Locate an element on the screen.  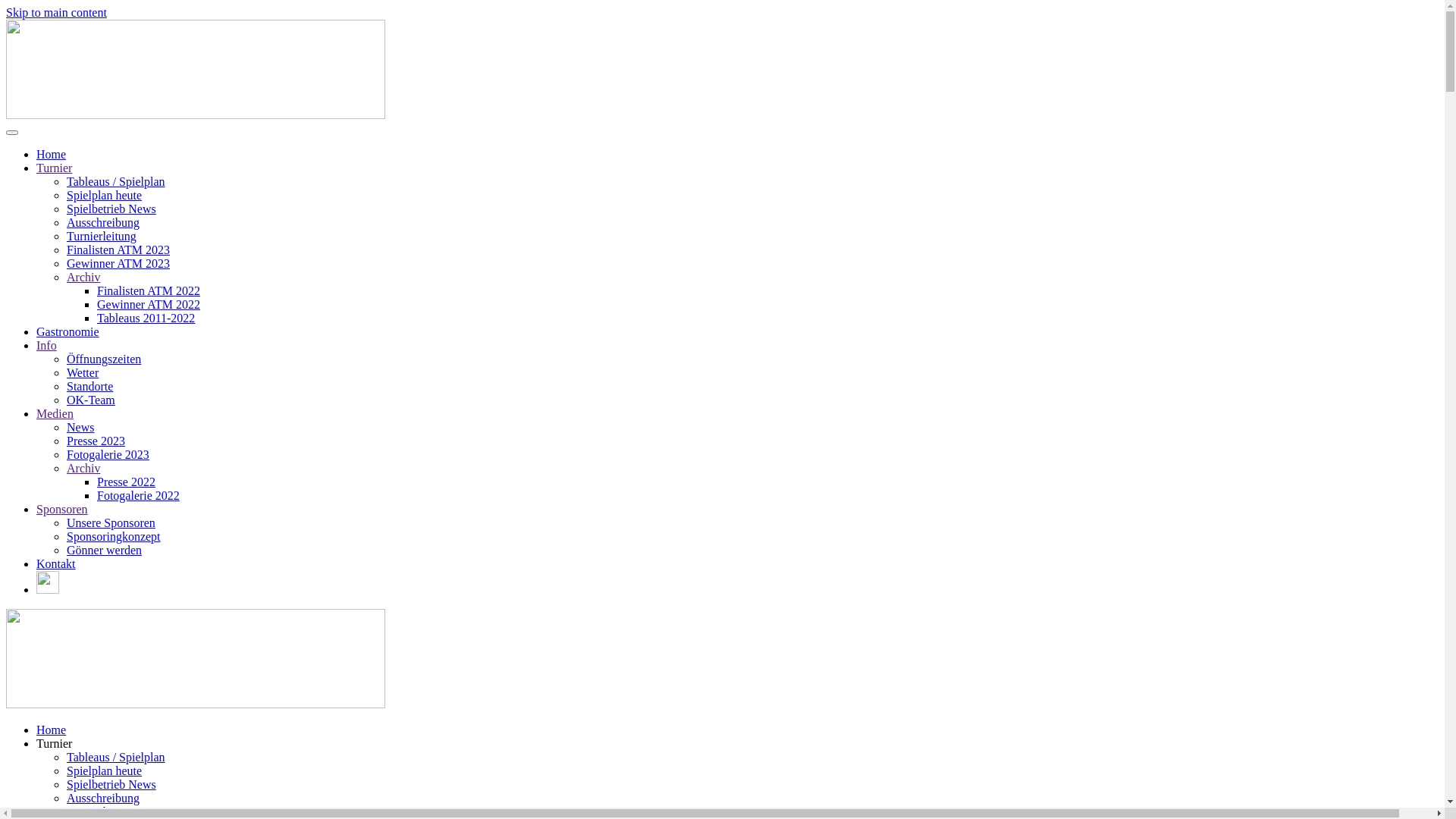
'Unsere Sponsoren' is located at coordinates (65, 522).